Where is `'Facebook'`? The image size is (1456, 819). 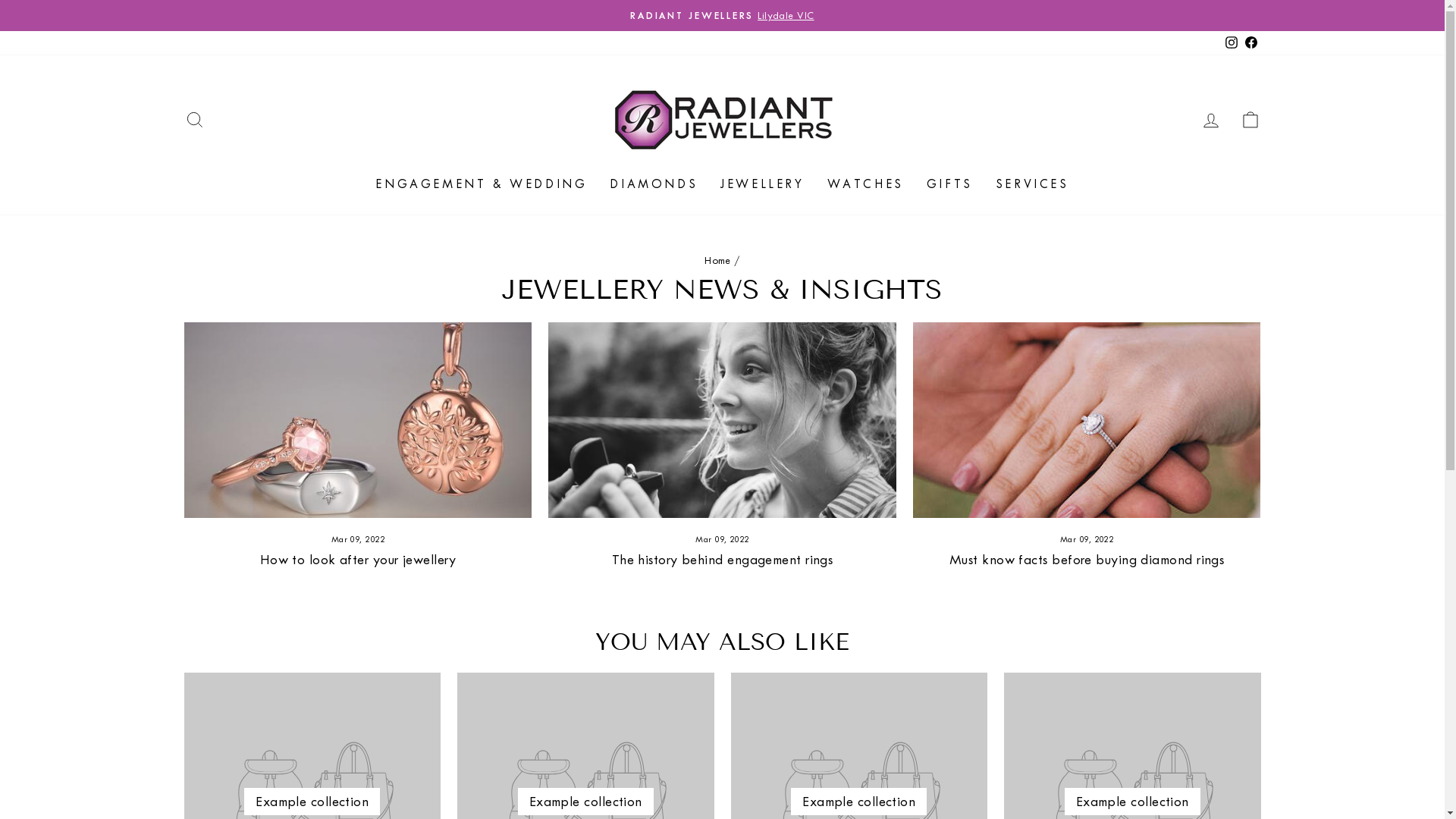
'Facebook' is located at coordinates (1241, 42).